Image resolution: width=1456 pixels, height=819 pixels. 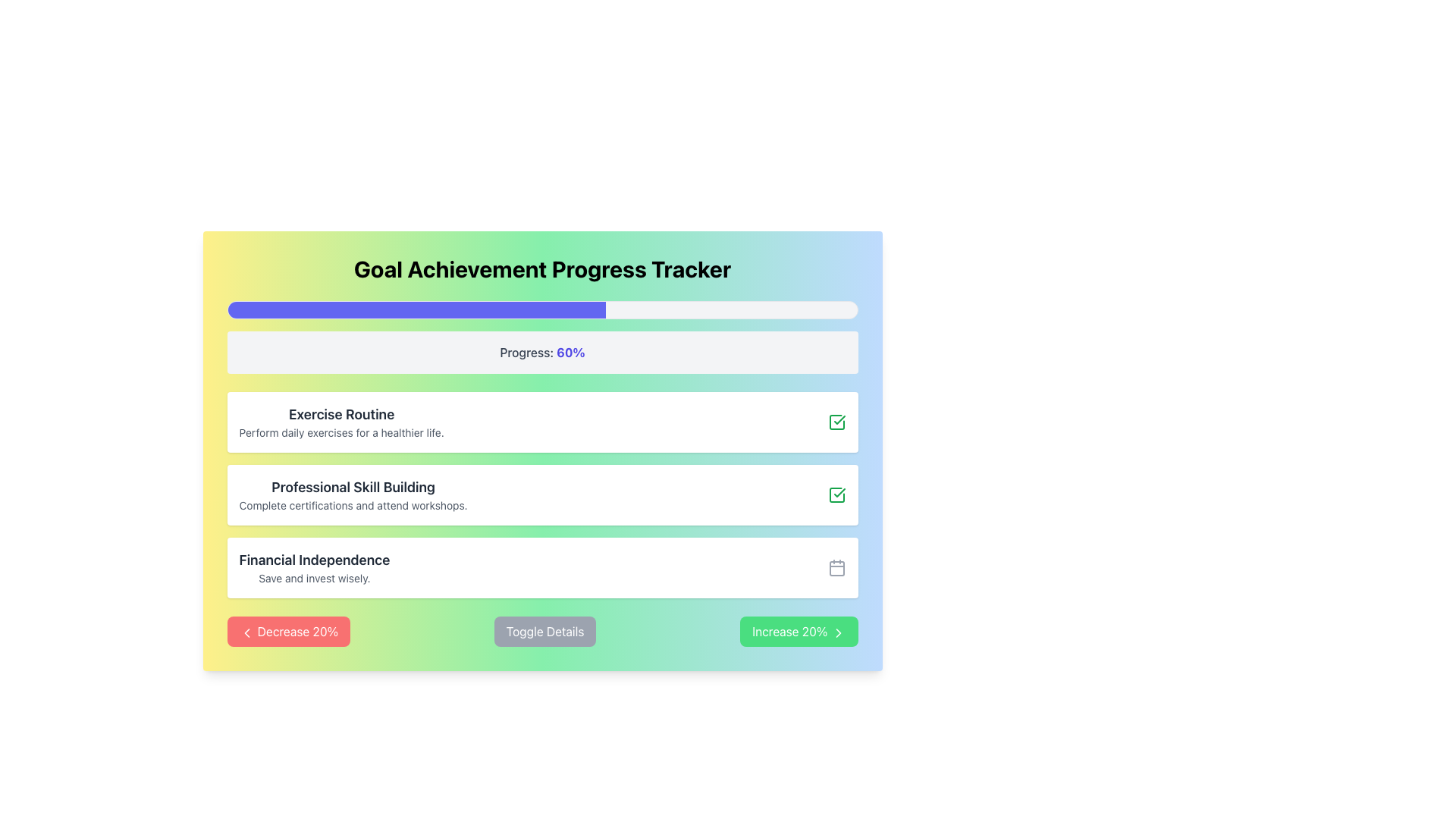 I want to click on information presented in the Text Block titled 'Financial Independence' with the subtitle 'Save and invest wisely.' located within a rounded rectangular card under the 'Goal Achievement Progress Tracker.', so click(x=313, y=567).